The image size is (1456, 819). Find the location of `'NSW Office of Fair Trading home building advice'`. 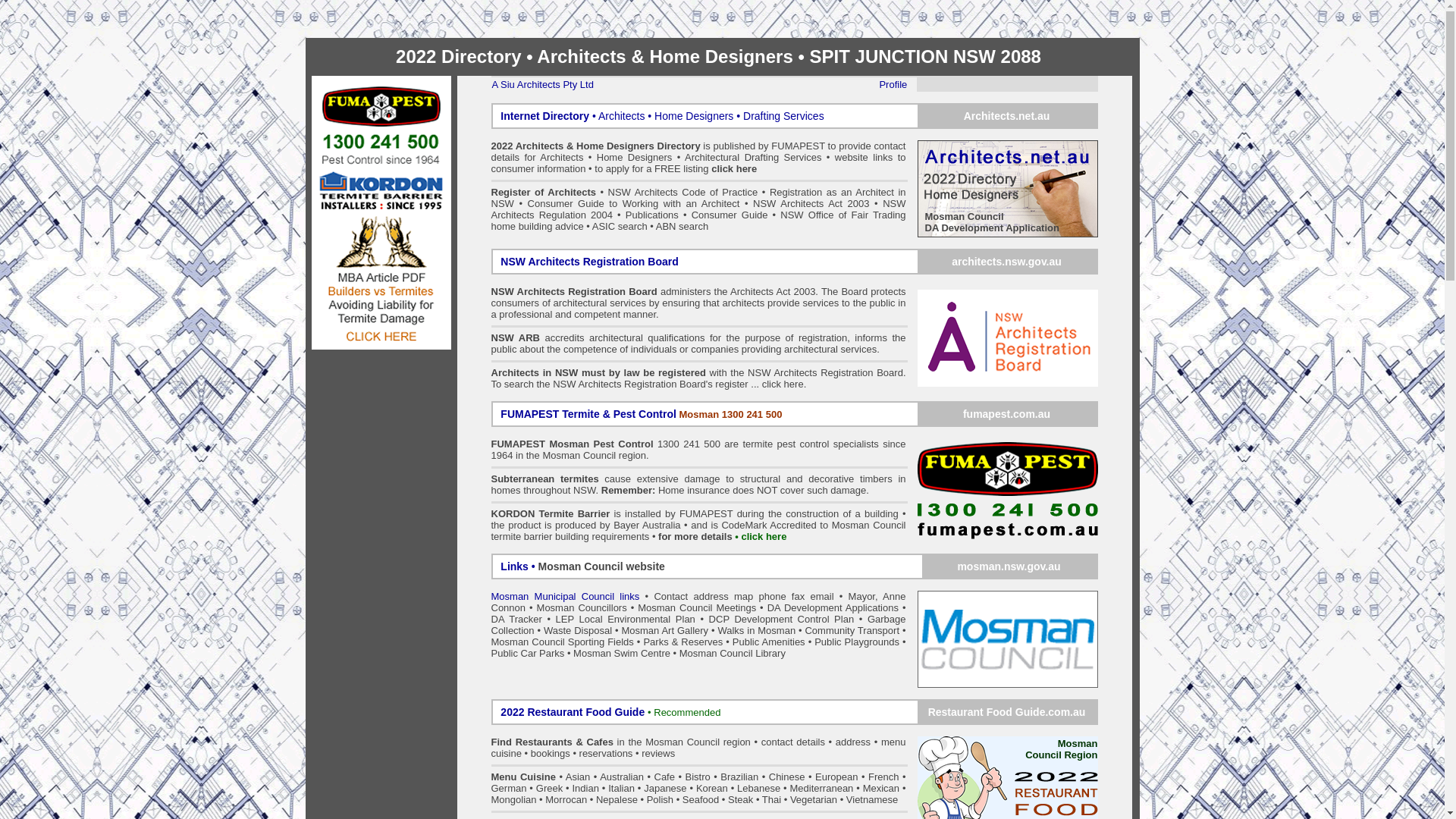

'NSW Office of Fair Trading home building advice' is located at coordinates (698, 220).